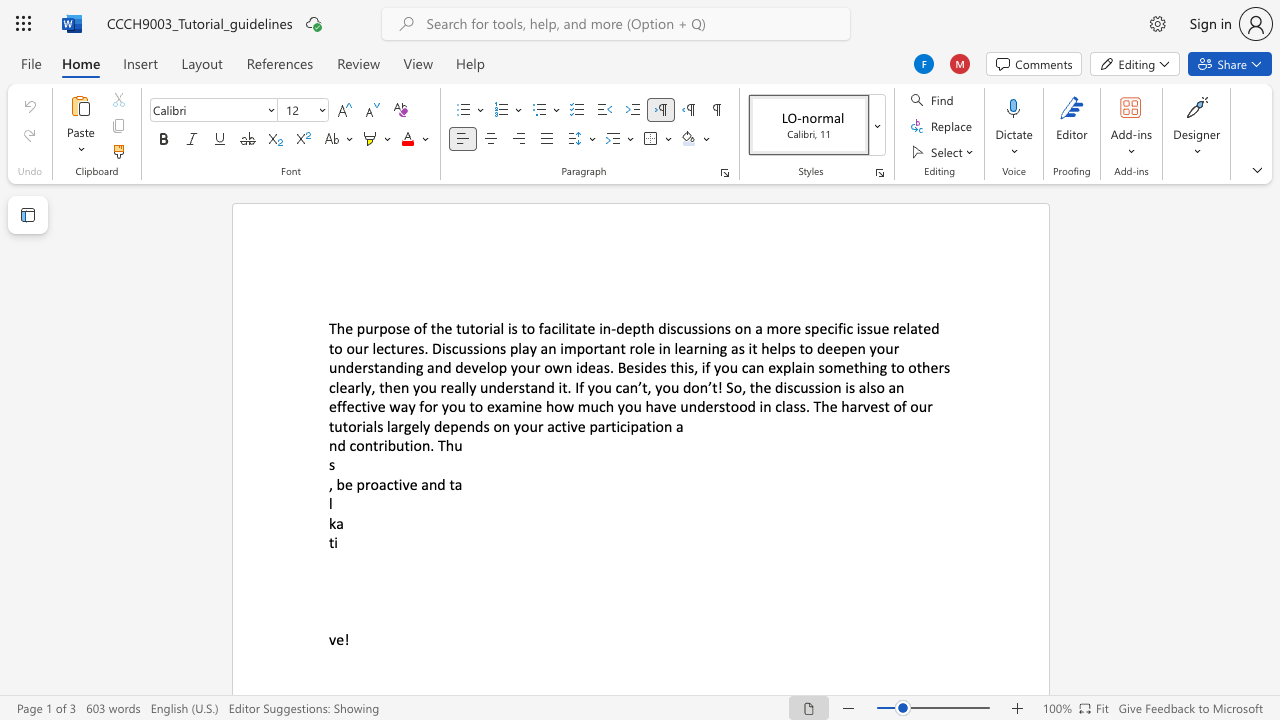 This screenshot has height=720, width=1280. Describe the element at coordinates (390, 484) in the screenshot. I see `the 1th character "c" in the text` at that location.